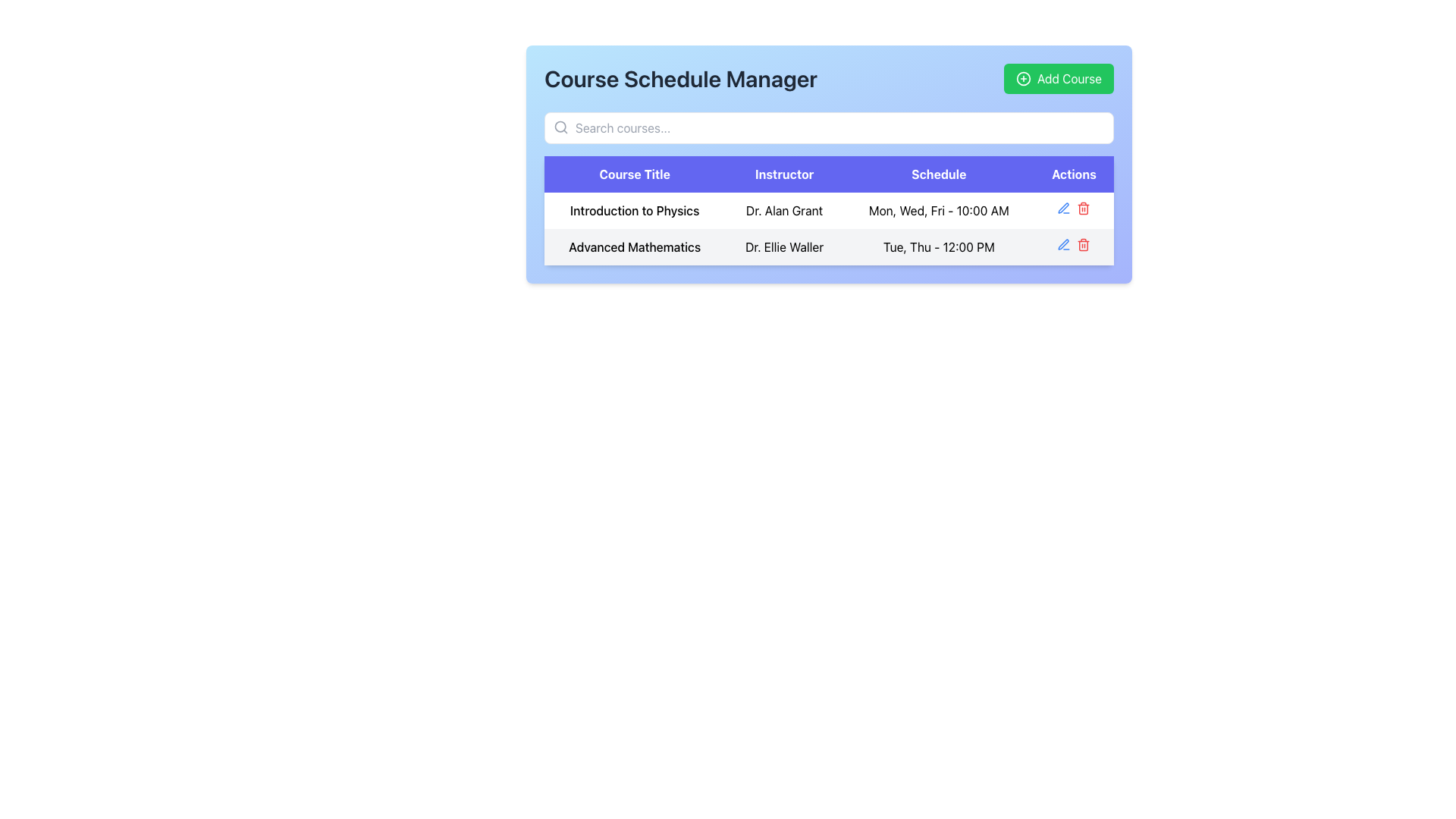 The width and height of the screenshot is (1456, 819). Describe the element at coordinates (784, 174) in the screenshot. I see `the static text label 'Instructor' which is the second column header in the table, styled with a purple background and white text` at that location.